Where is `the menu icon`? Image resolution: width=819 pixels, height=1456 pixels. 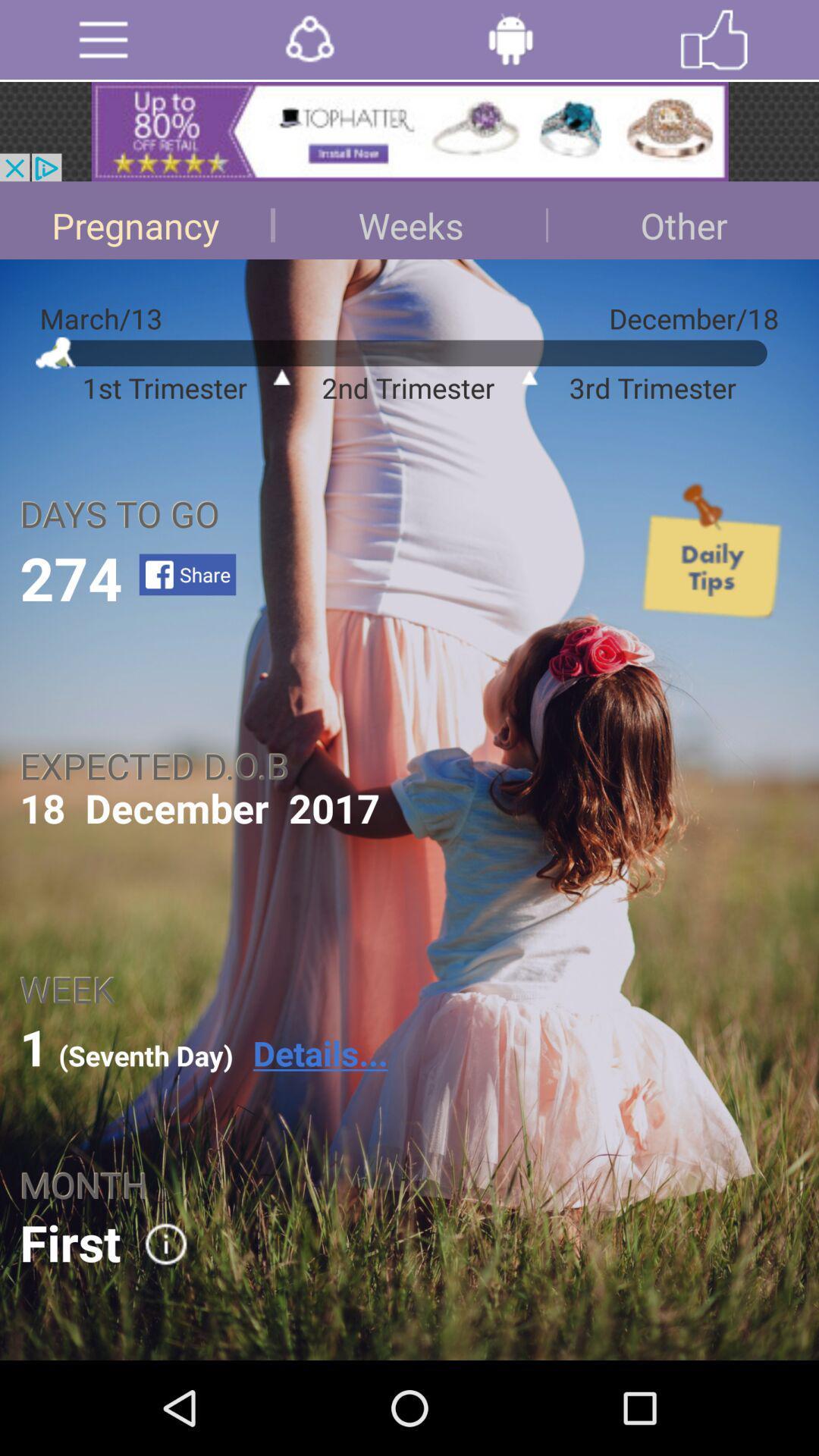 the menu icon is located at coordinates (102, 42).